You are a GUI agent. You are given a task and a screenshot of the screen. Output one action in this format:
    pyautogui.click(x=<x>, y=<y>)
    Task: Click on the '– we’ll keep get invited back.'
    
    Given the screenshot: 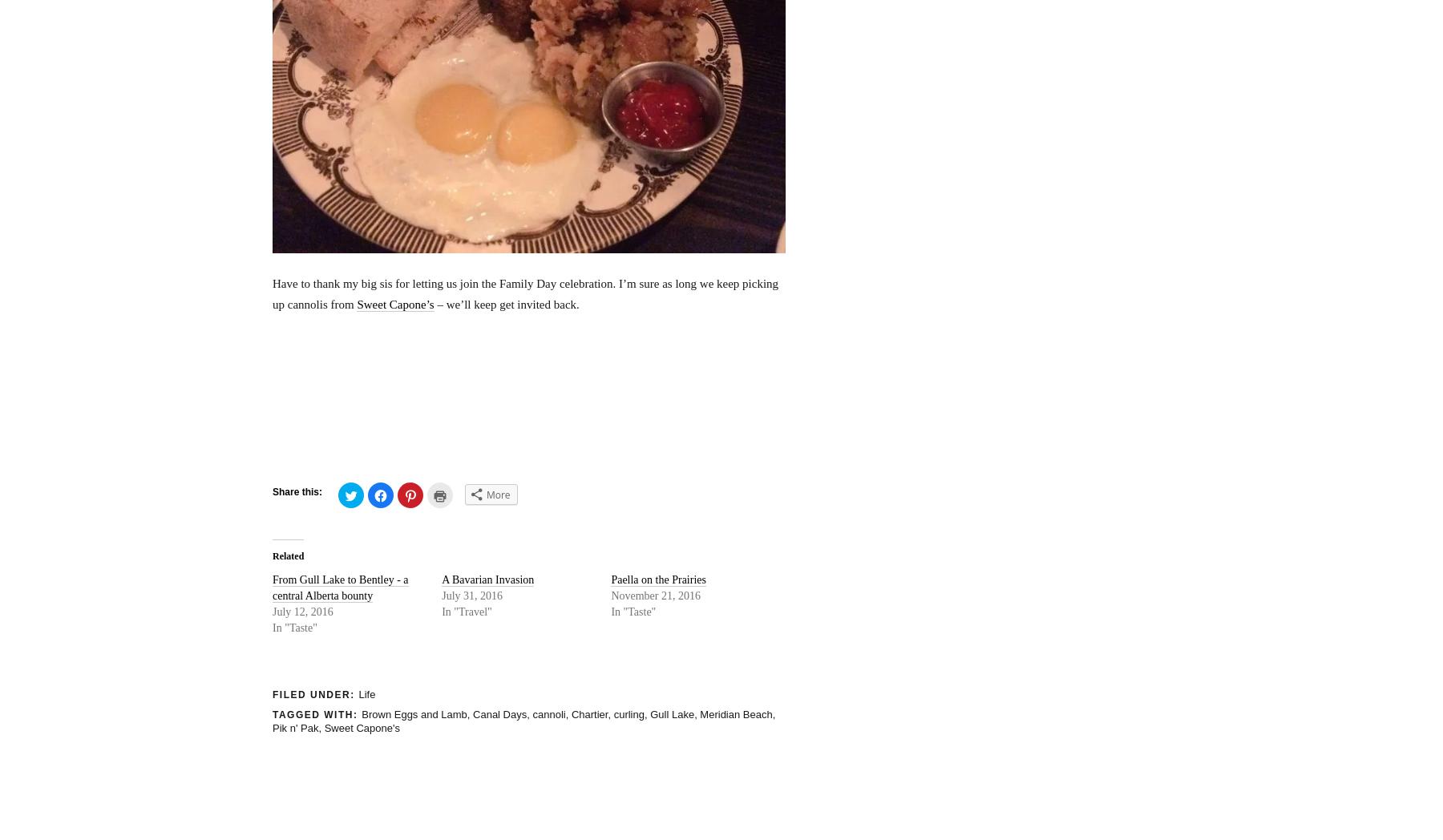 What is the action you would take?
    pyautogui.click(x=506, y=302)
    